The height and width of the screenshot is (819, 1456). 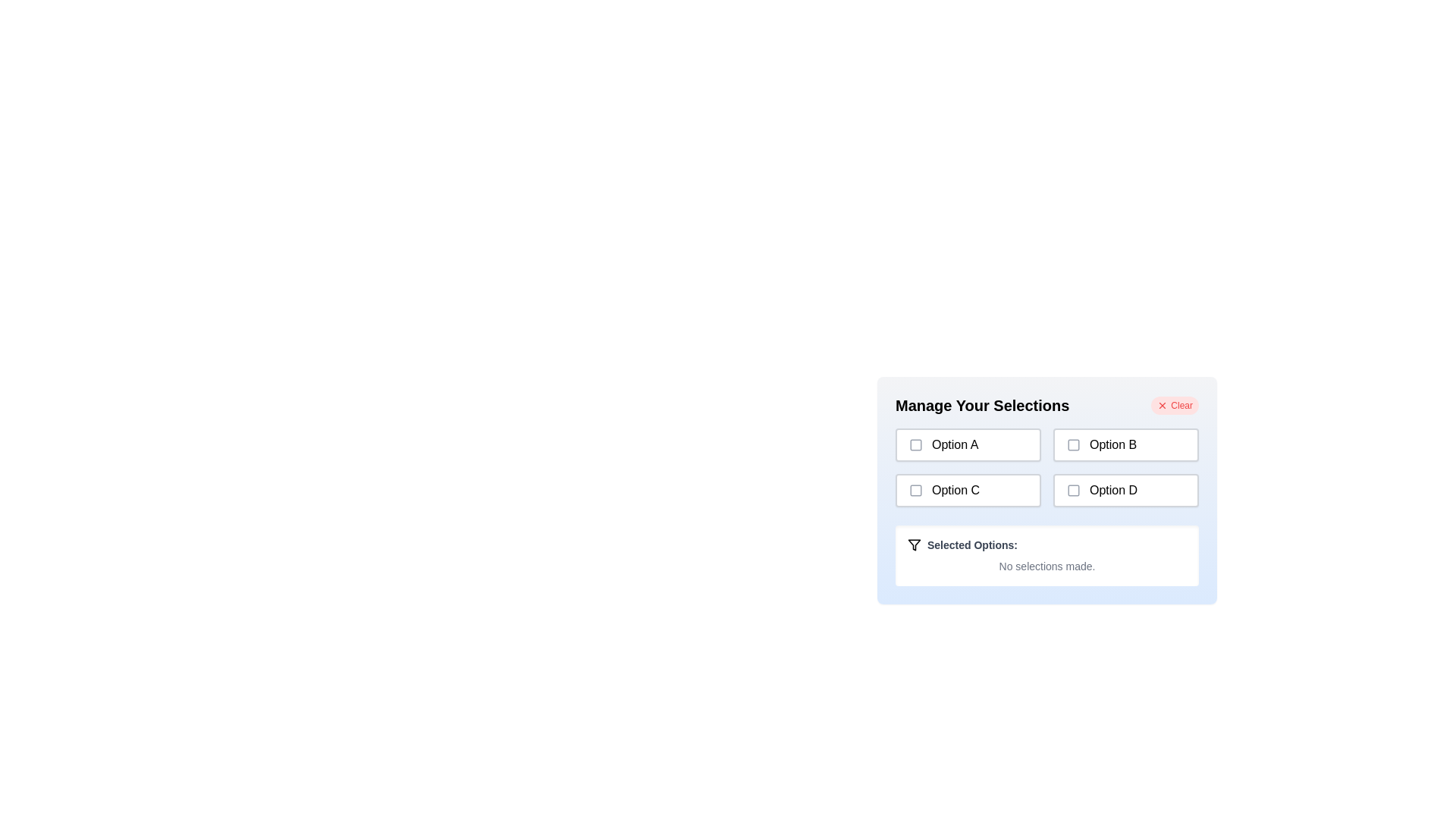 I want to click on the checkbox corresponding to Option D, so click(x=1073, y=491).